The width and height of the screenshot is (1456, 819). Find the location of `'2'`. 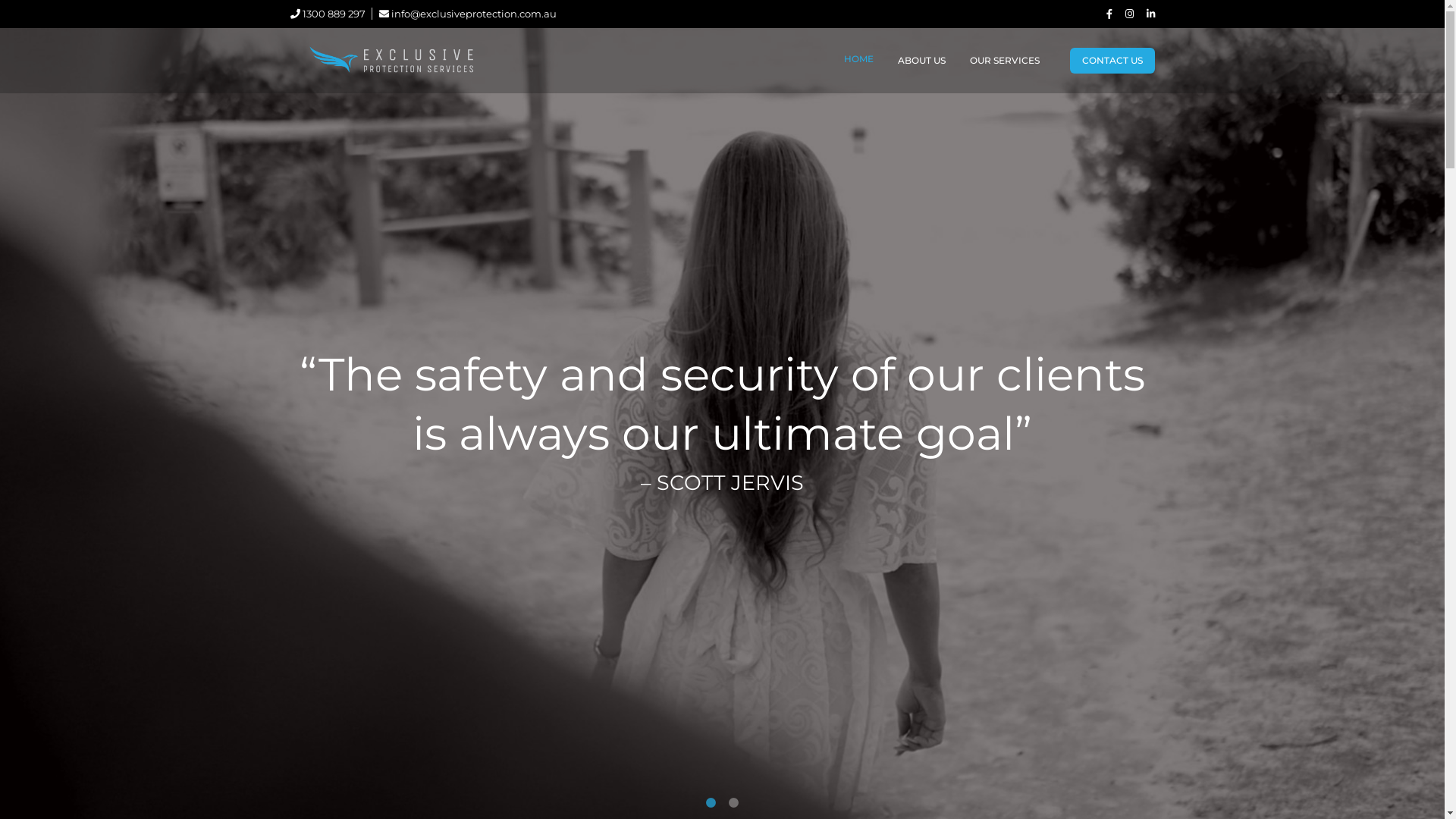

'2' is located at coordinates (726, 802).